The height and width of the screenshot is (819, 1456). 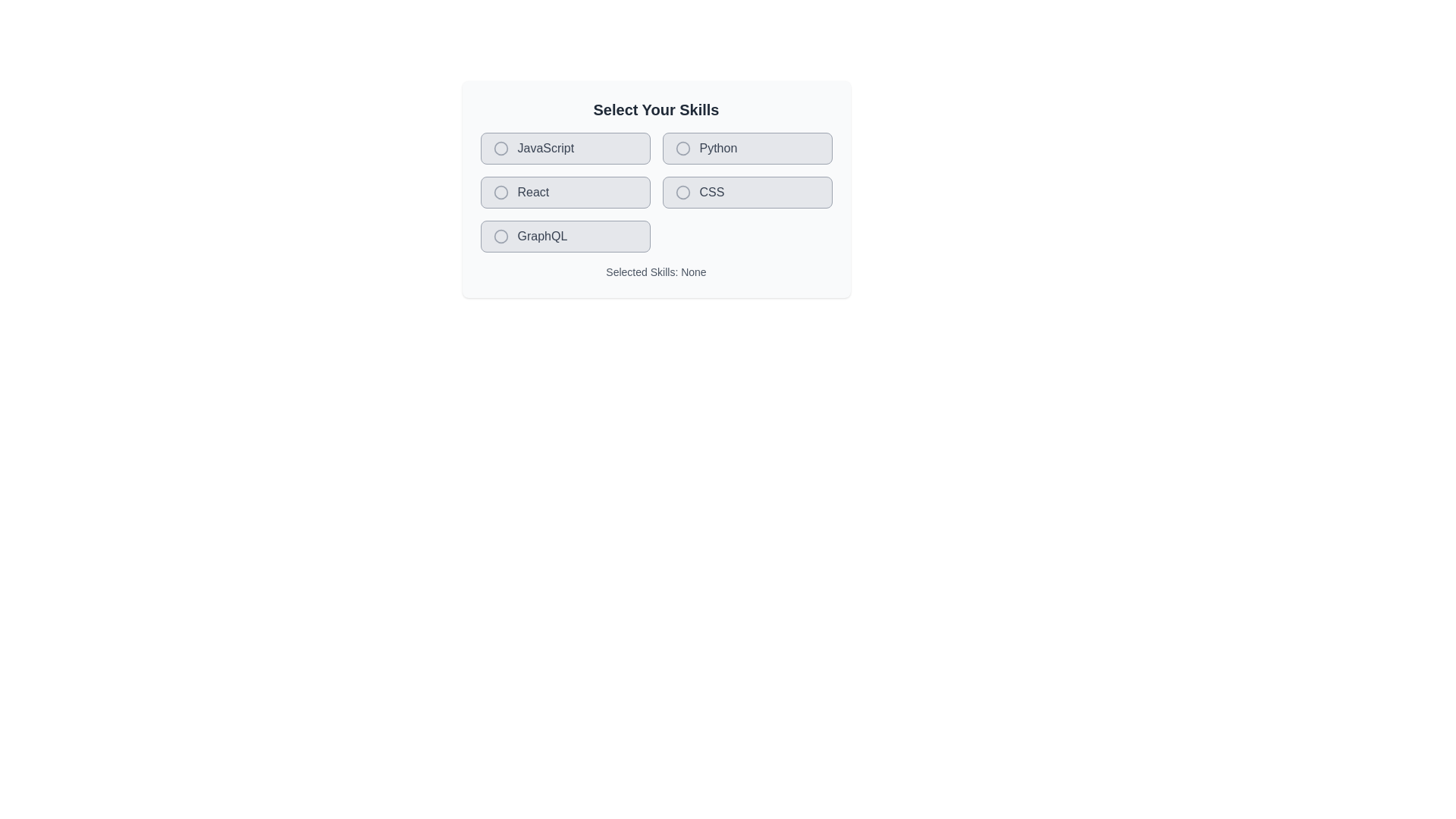 What do you see at coordinates (747, 149) in the screenshot?
I see `the skill chip corresponding to Python` at bounding box center [747, 149].